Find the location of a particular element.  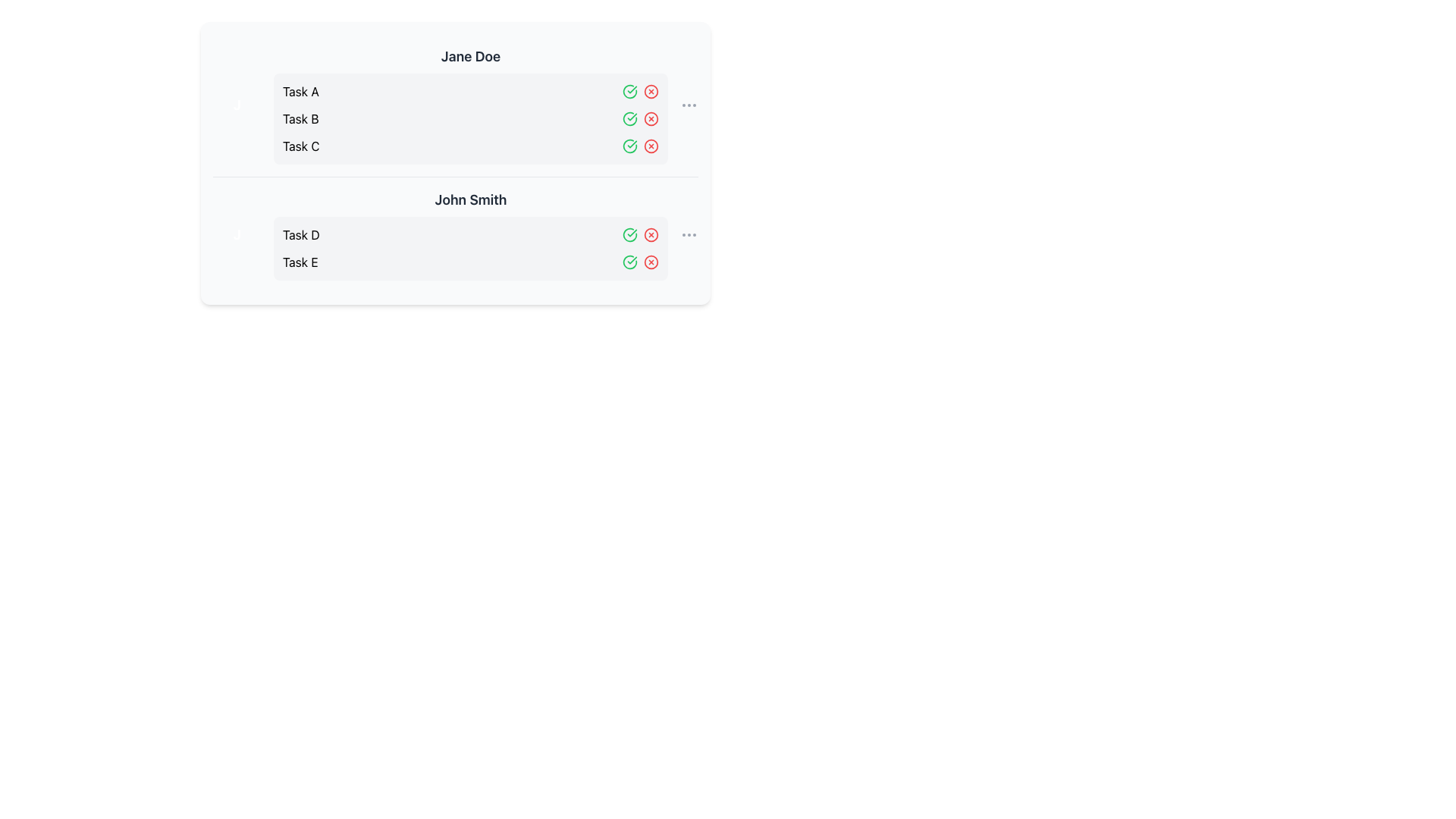

the confirmation button located in the rightmost section of the task action row is located at coordinates (629, 262).